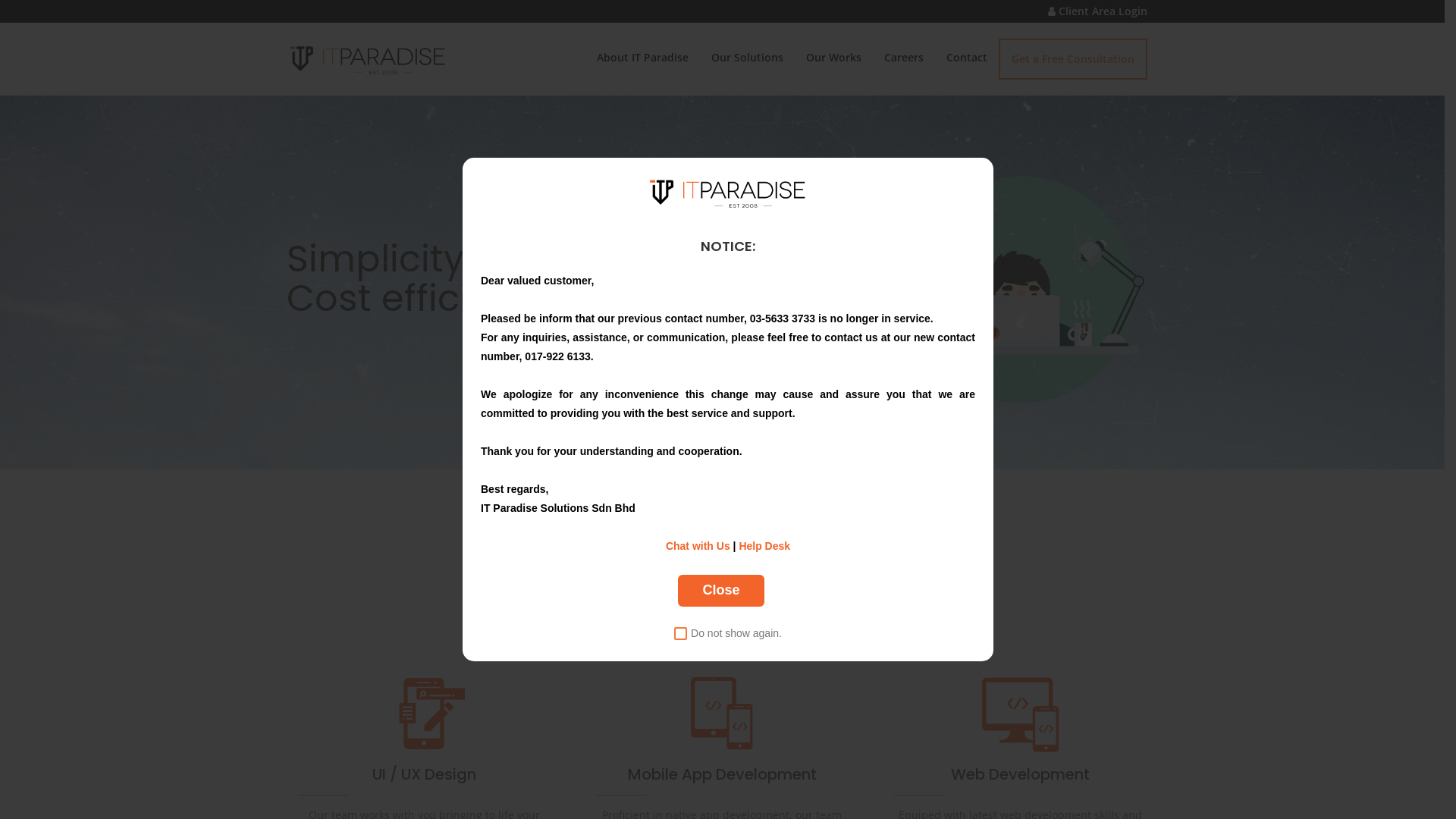 This screenshot has height=819, width=1456. Describe the element at coordinates (697, 546) in the screenshot. I see `'Chat with Us'` at that location.